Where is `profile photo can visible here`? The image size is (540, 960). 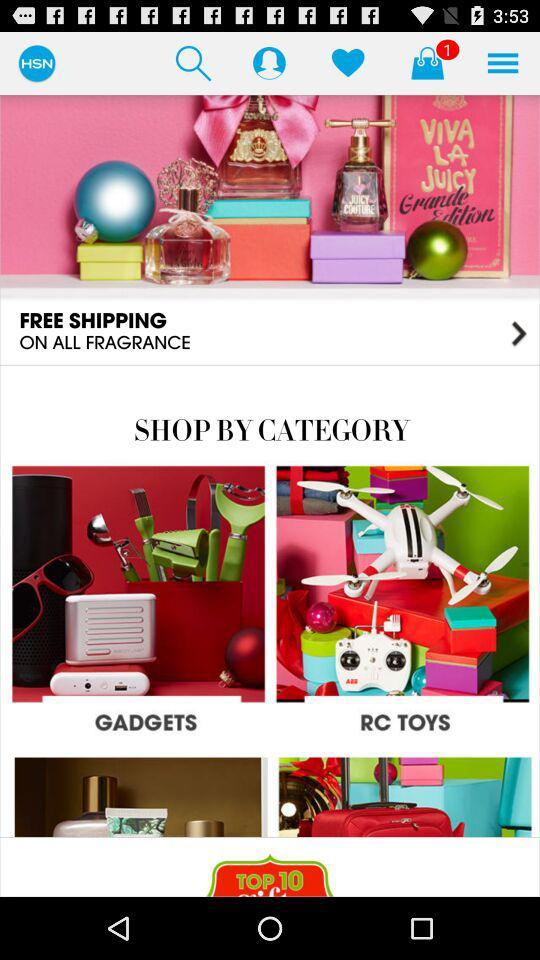 profile photo can visible here is located at coordinates (269, 62).